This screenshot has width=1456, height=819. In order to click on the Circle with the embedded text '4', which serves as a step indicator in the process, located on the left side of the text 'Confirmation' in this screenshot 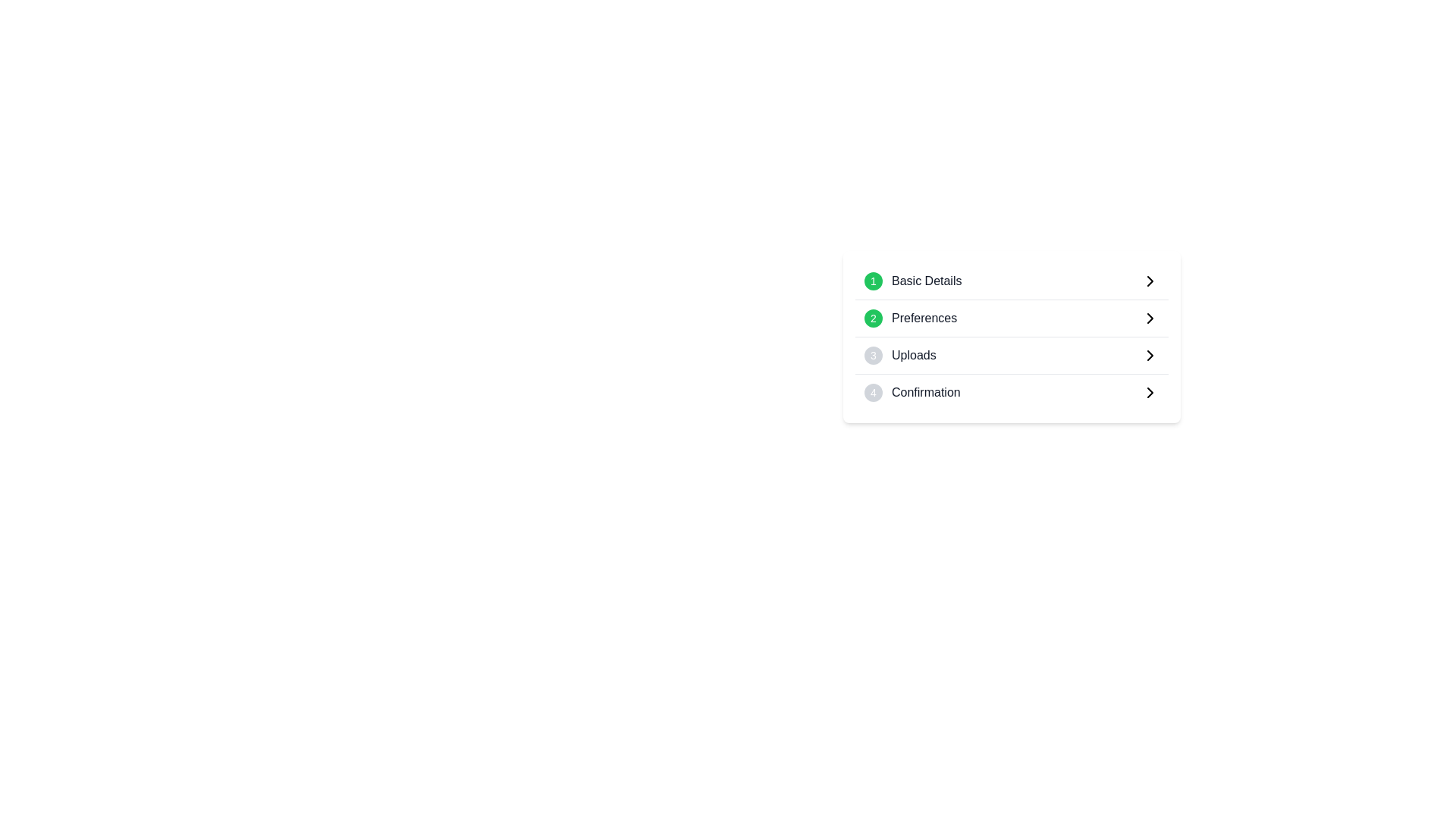, I will do `click(874, 391)`.